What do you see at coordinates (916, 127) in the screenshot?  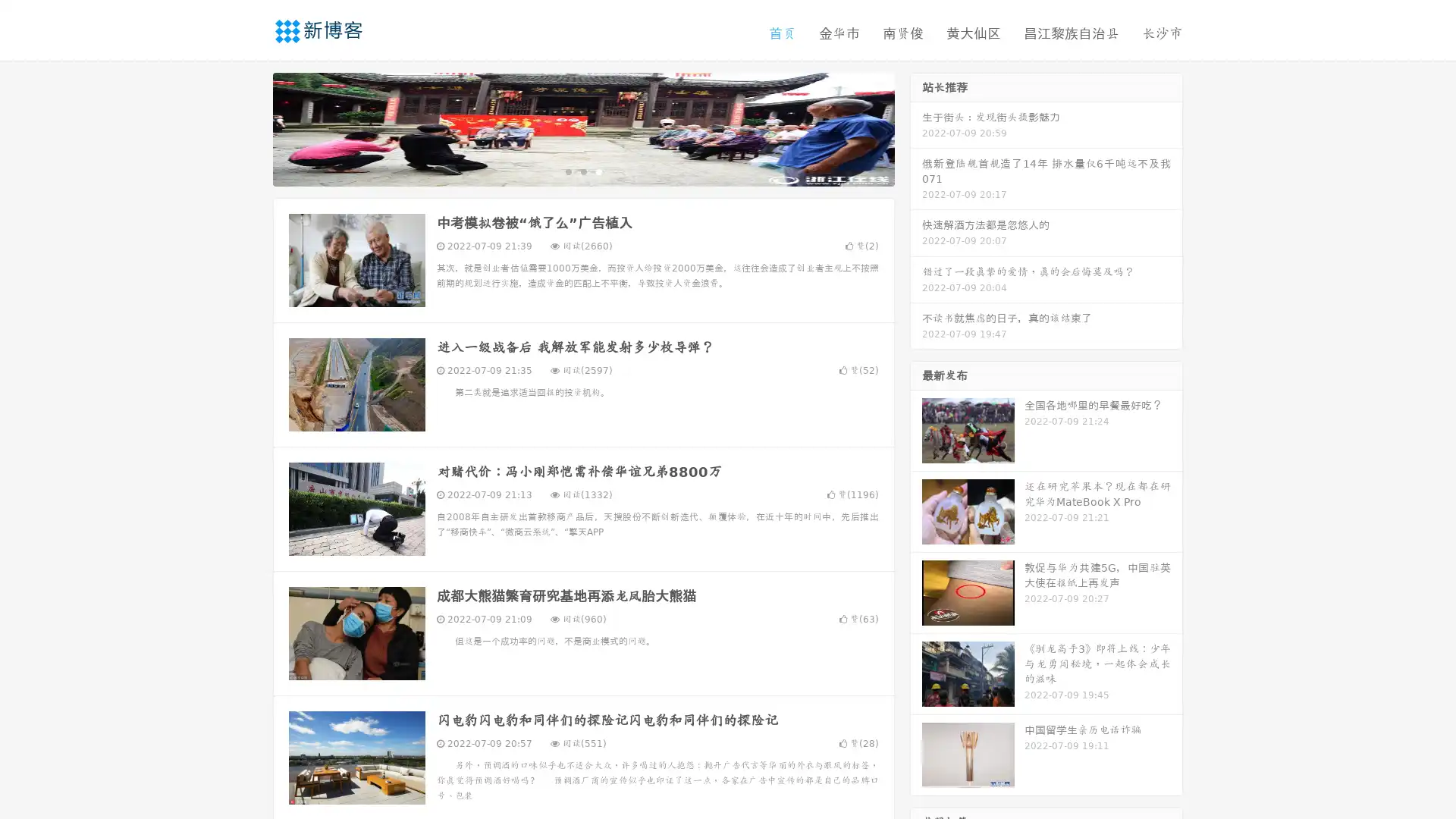 I see `Next slide` at bounding box center [916, 127].